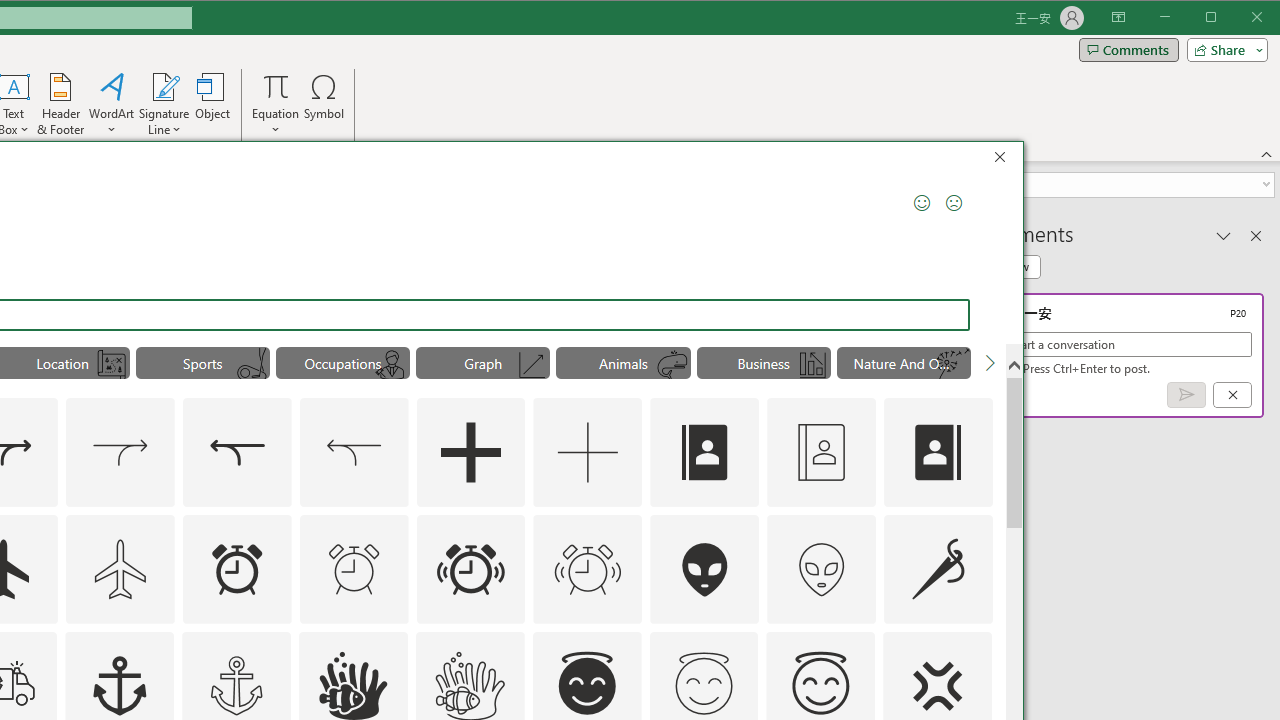  What do you see at coordinates (622, 362) in the screenshot?
I see `'"Animals" Icons.'` at bounding box center [622, 362].